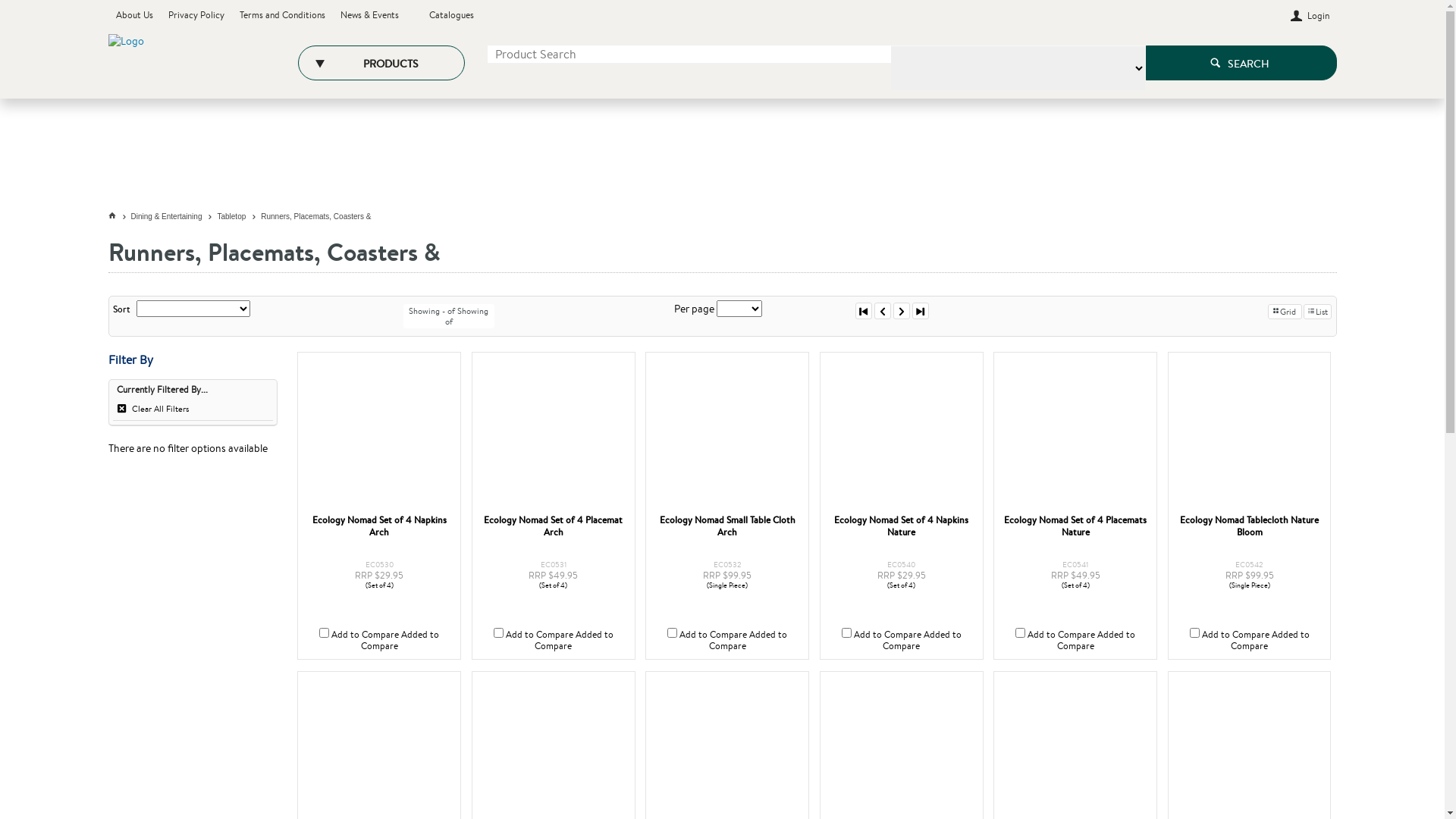  I want to click on 'Add to Compare', so click(887, 634).